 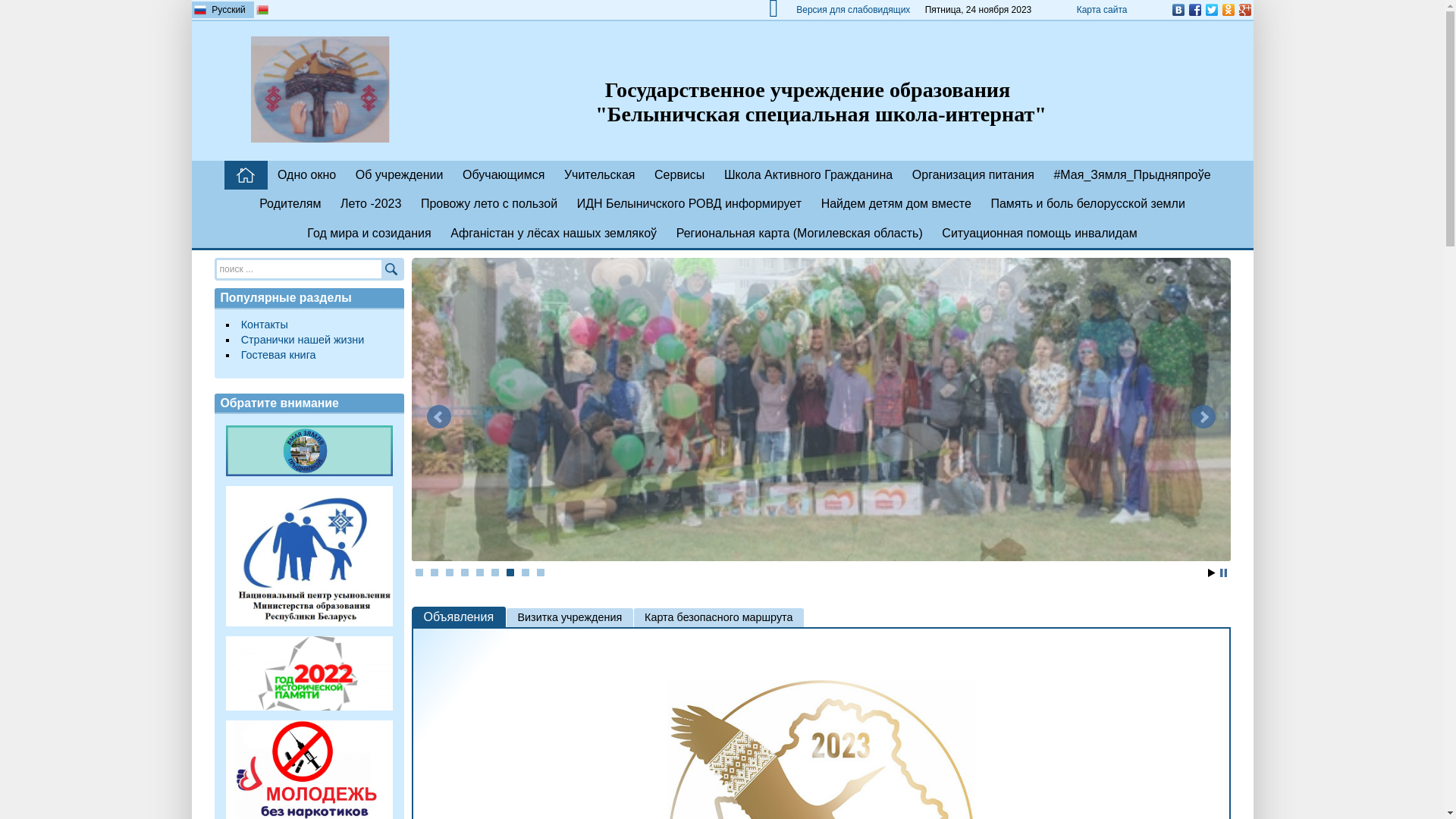 What do you see at coordinates (494, 573) in the screenshot?
I see `'6'` at bounding box center [494, 573].